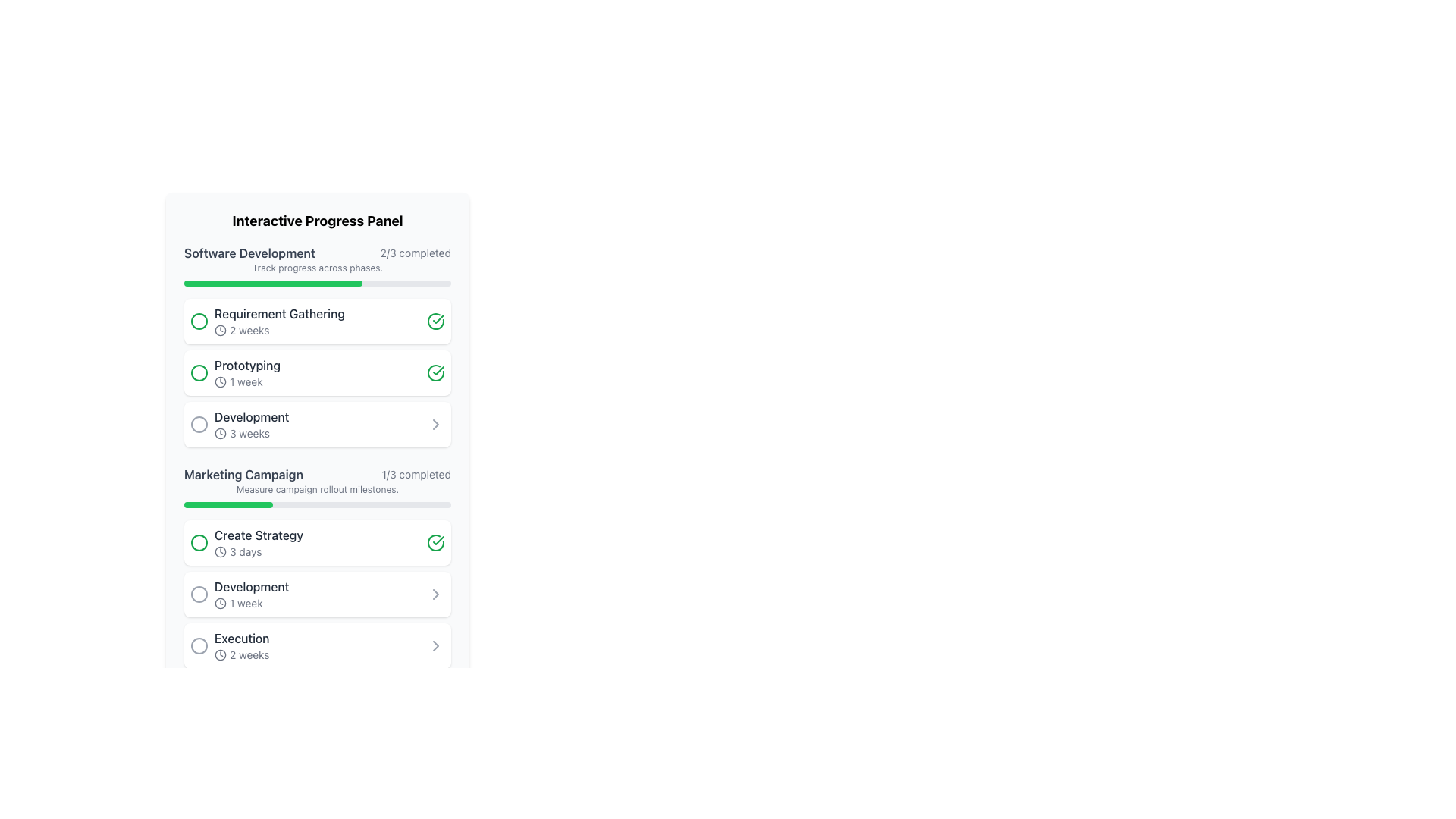 Image resolution: width=1456 pixels, height=819 pixels. Describe the element at coordinates (220, 654) in the screenshot. I see `properties of the central circular SVG element of the clock icon located in the 'Marketing Campaign' section, adjacent to the '3 days' duration for the 'Create Strategy' milestone` at that location.